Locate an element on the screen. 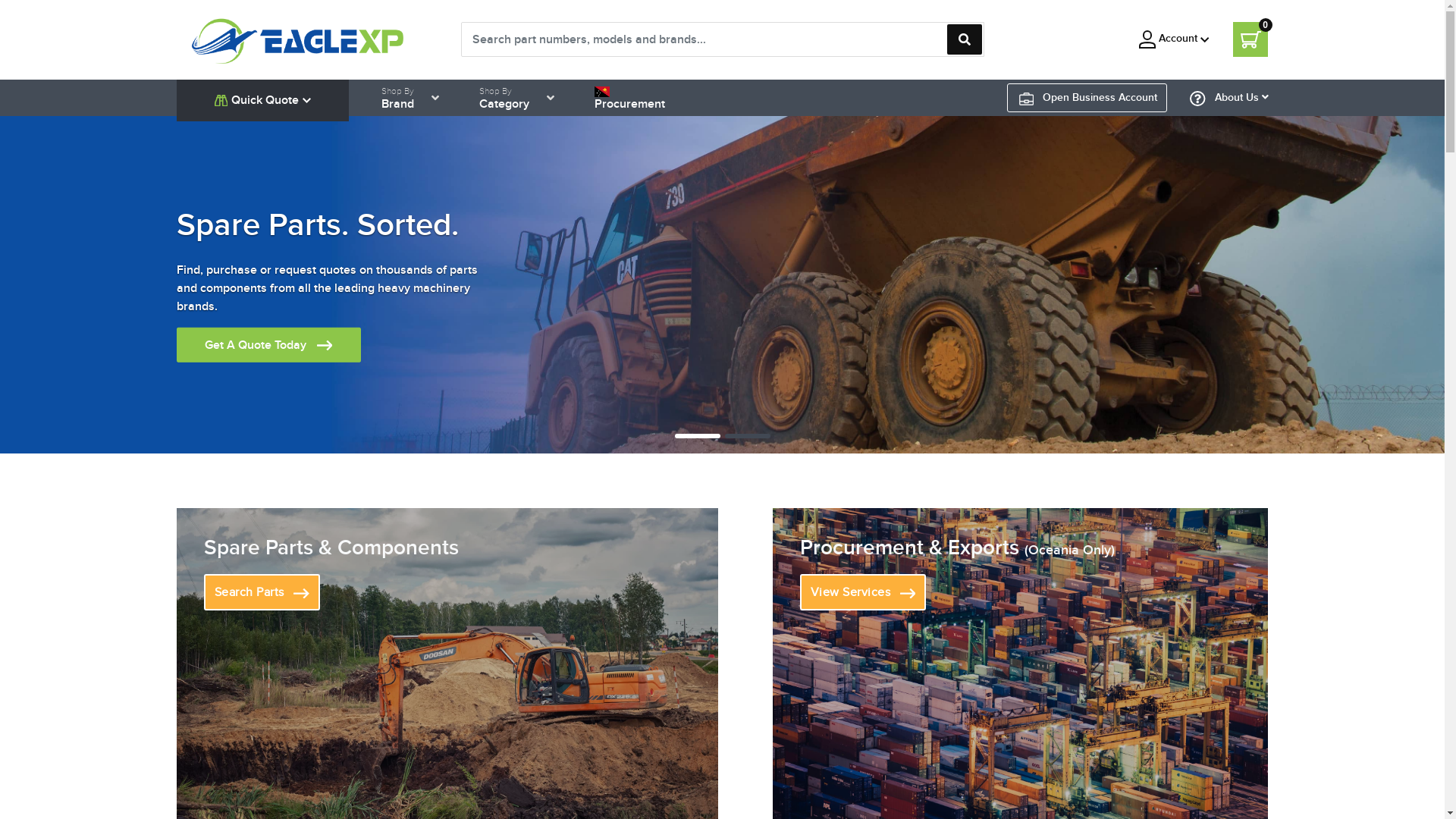  'Search' is located at coordinates (963, 38).